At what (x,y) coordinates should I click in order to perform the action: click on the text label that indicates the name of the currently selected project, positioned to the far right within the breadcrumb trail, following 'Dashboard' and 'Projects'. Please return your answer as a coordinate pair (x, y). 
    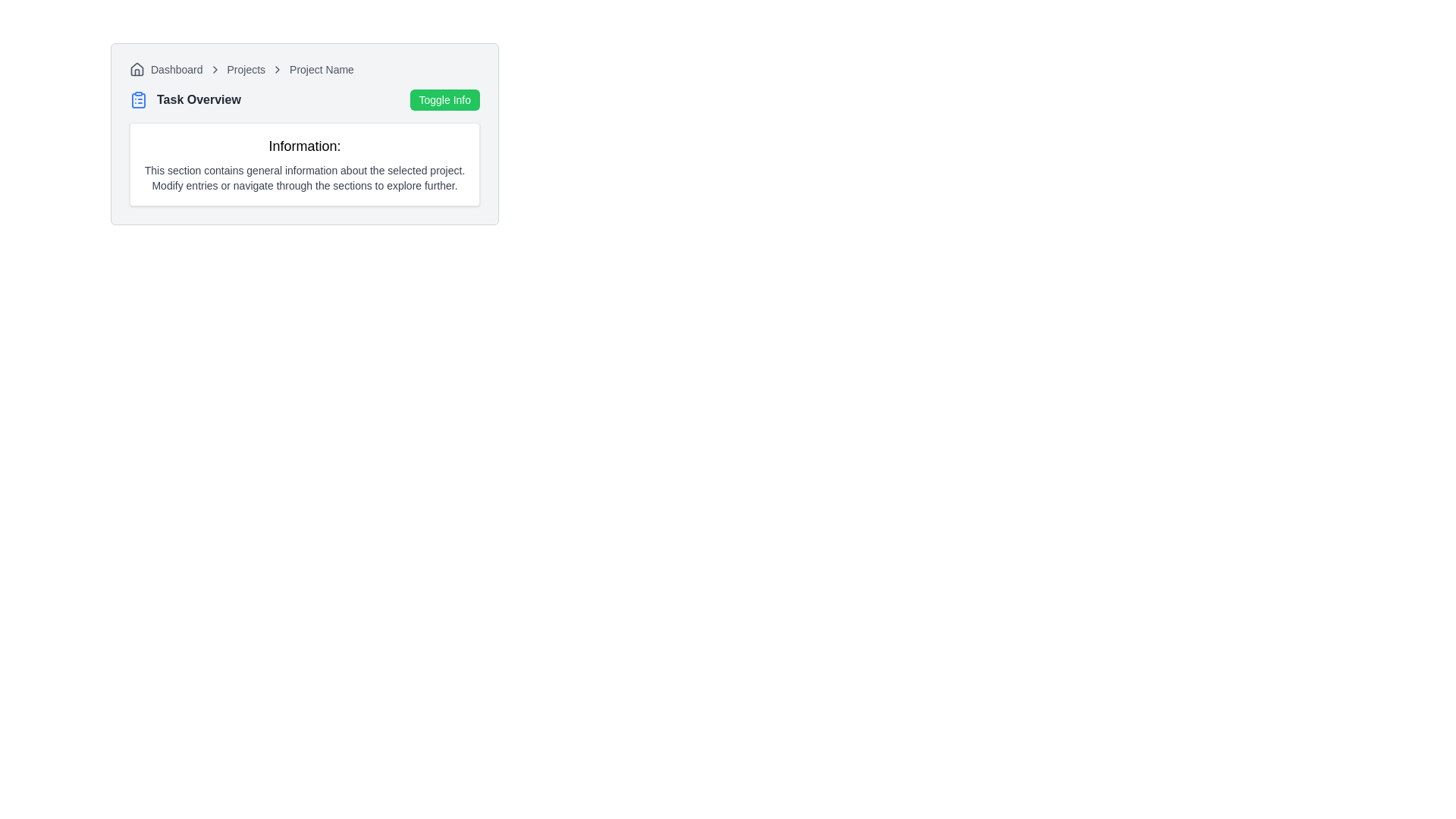
    Looking at the image, I should click on (321, 70).